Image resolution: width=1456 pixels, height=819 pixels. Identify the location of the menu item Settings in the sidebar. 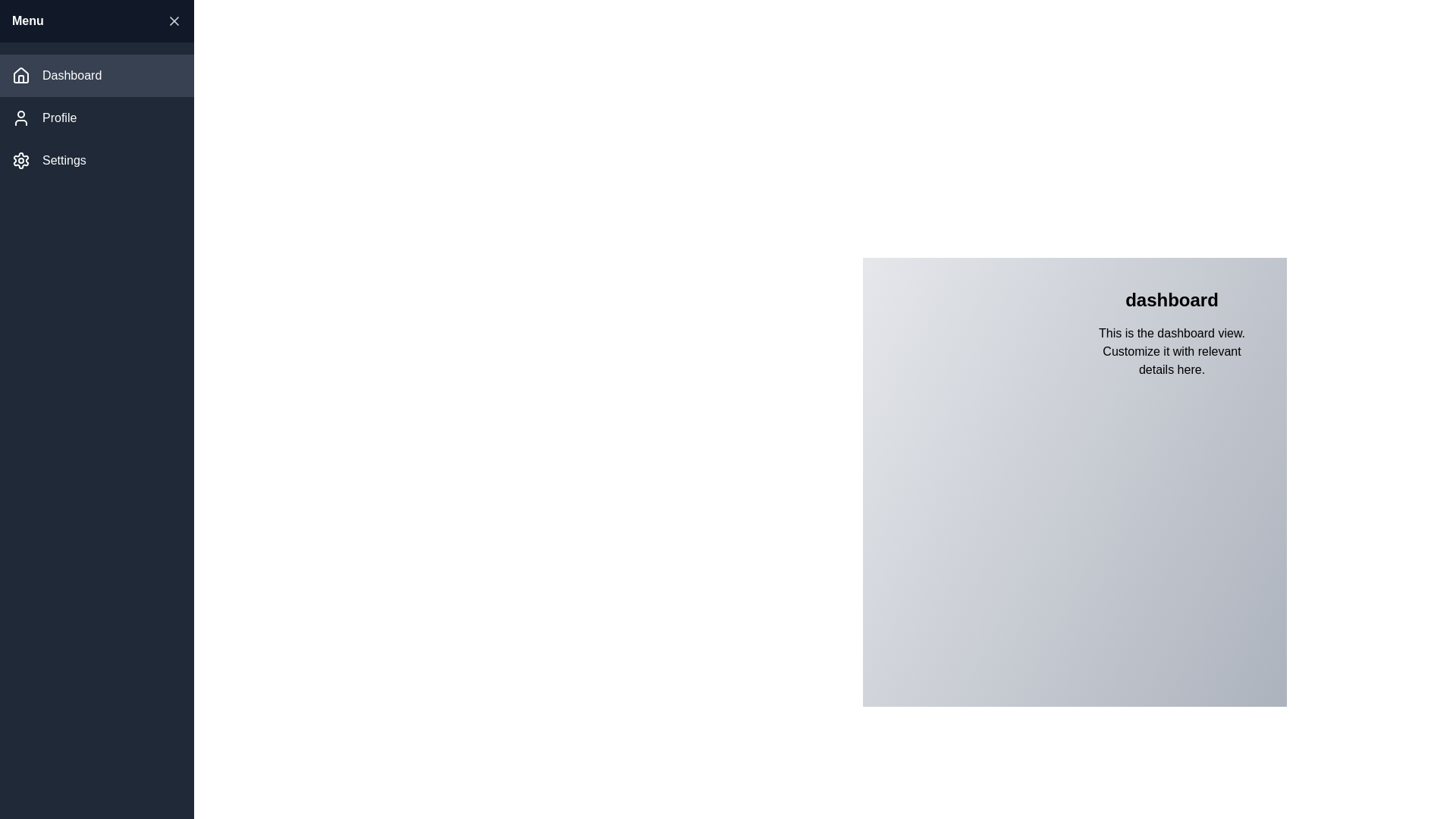
(96, 161).